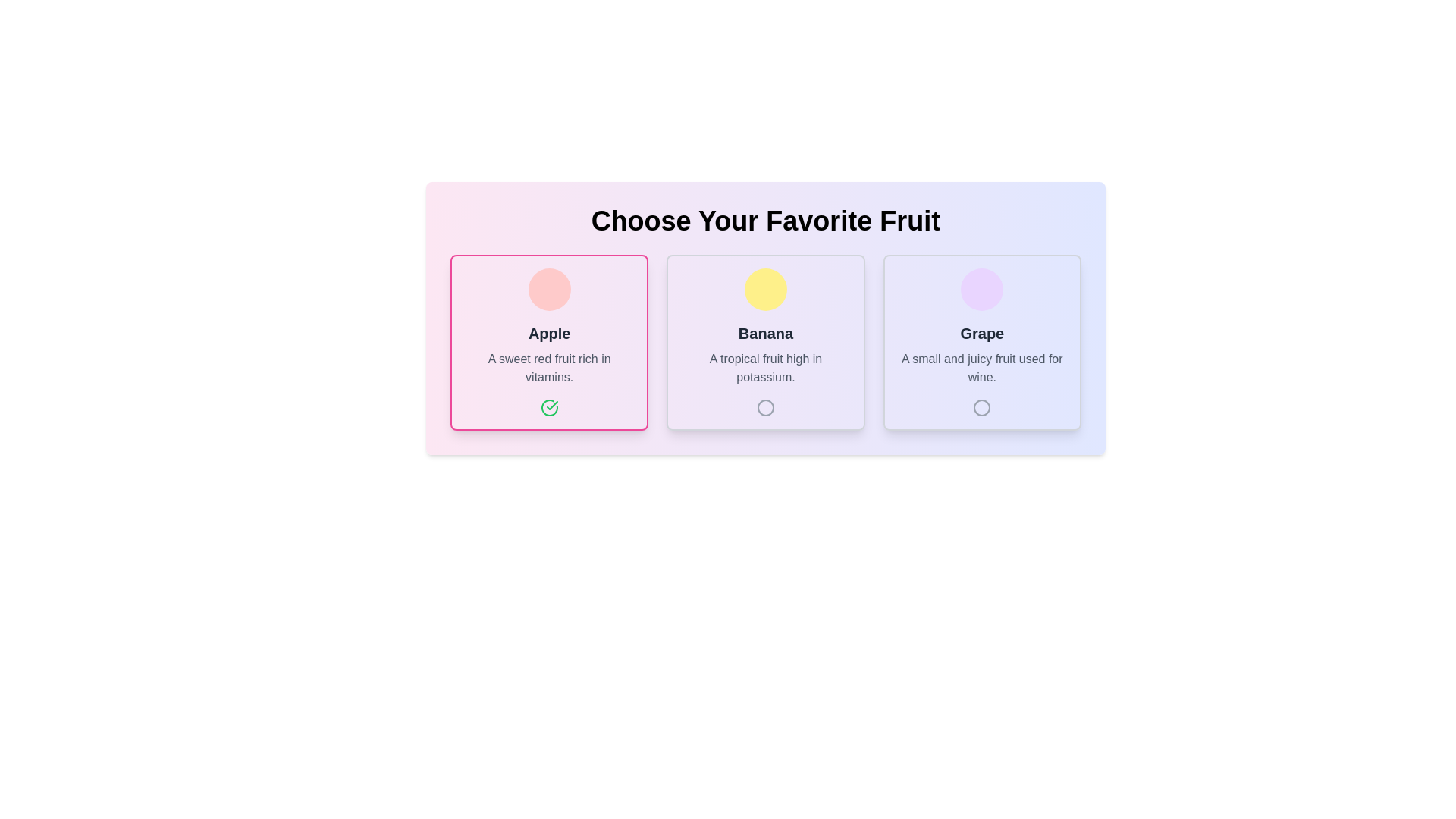 The width and height of the screenshot is (1456, 819). Describe the element at coordinates (765, 369) in the screenshot. I see `the second text element that provides additional descriptive information about the banana, located in the middle card among the three displayed options` at that location.